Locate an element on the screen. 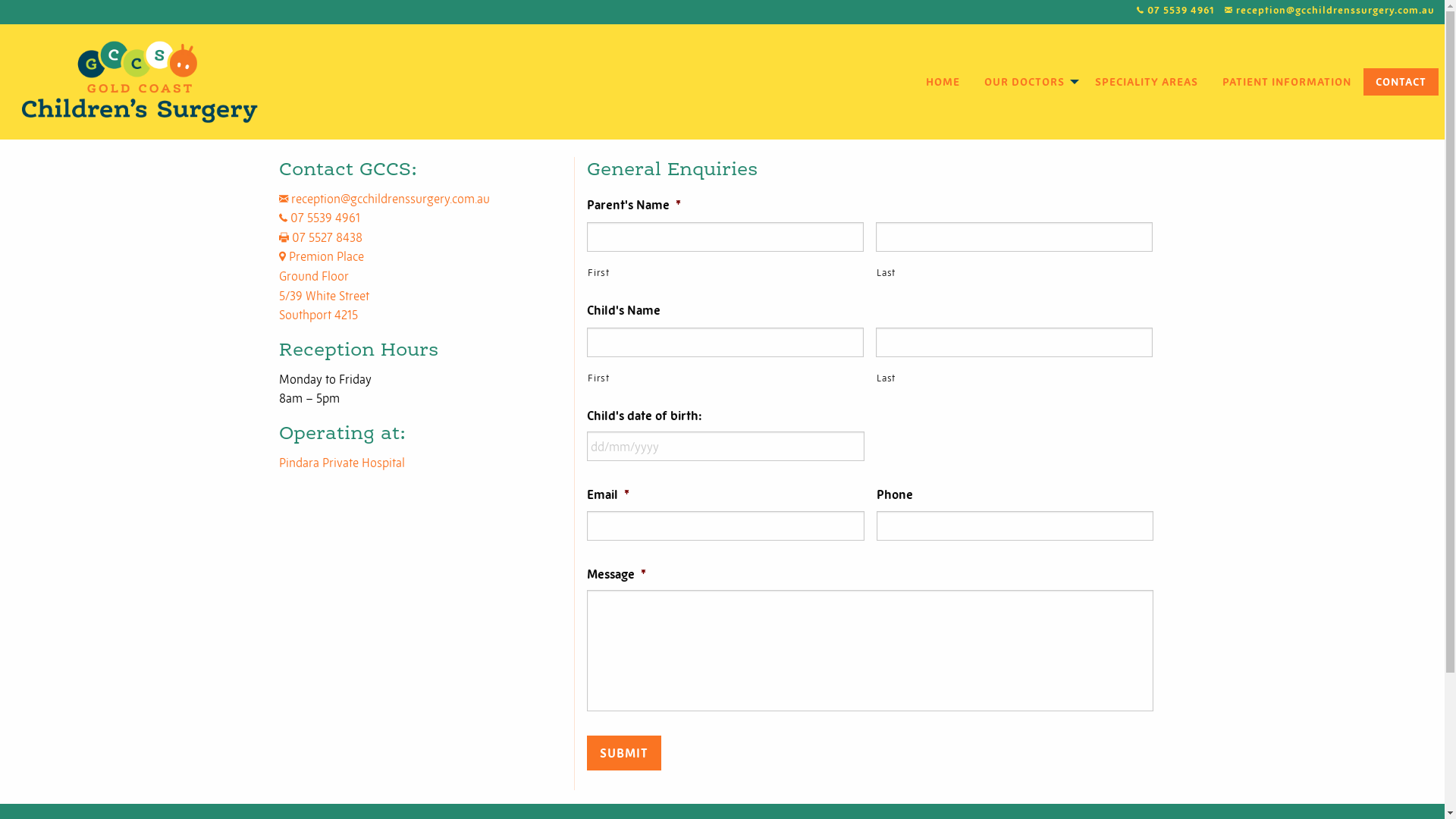 This screenshot has width=1456, height=819. 'Pindara Private Hospital' is located at coordinates (341, 461).